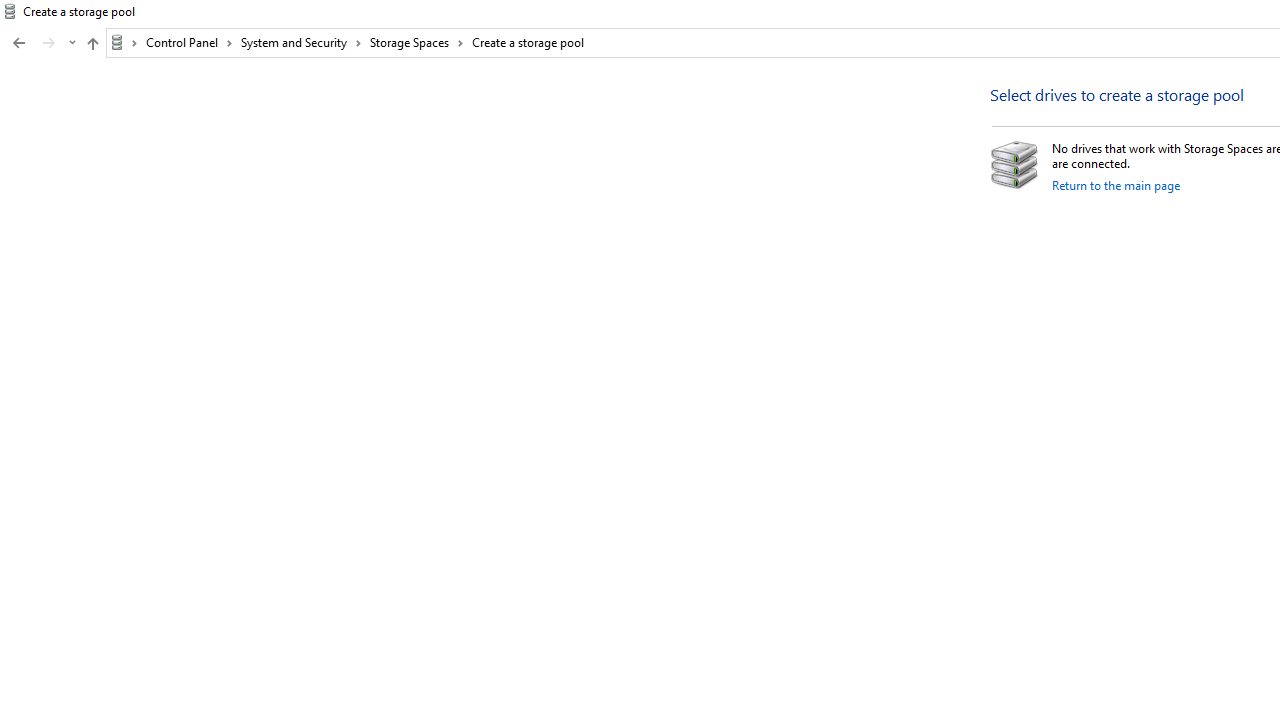 The width and height of the screenshot is (1280, 720). I want to click on 'Navigation buttons', so click(42, 43).